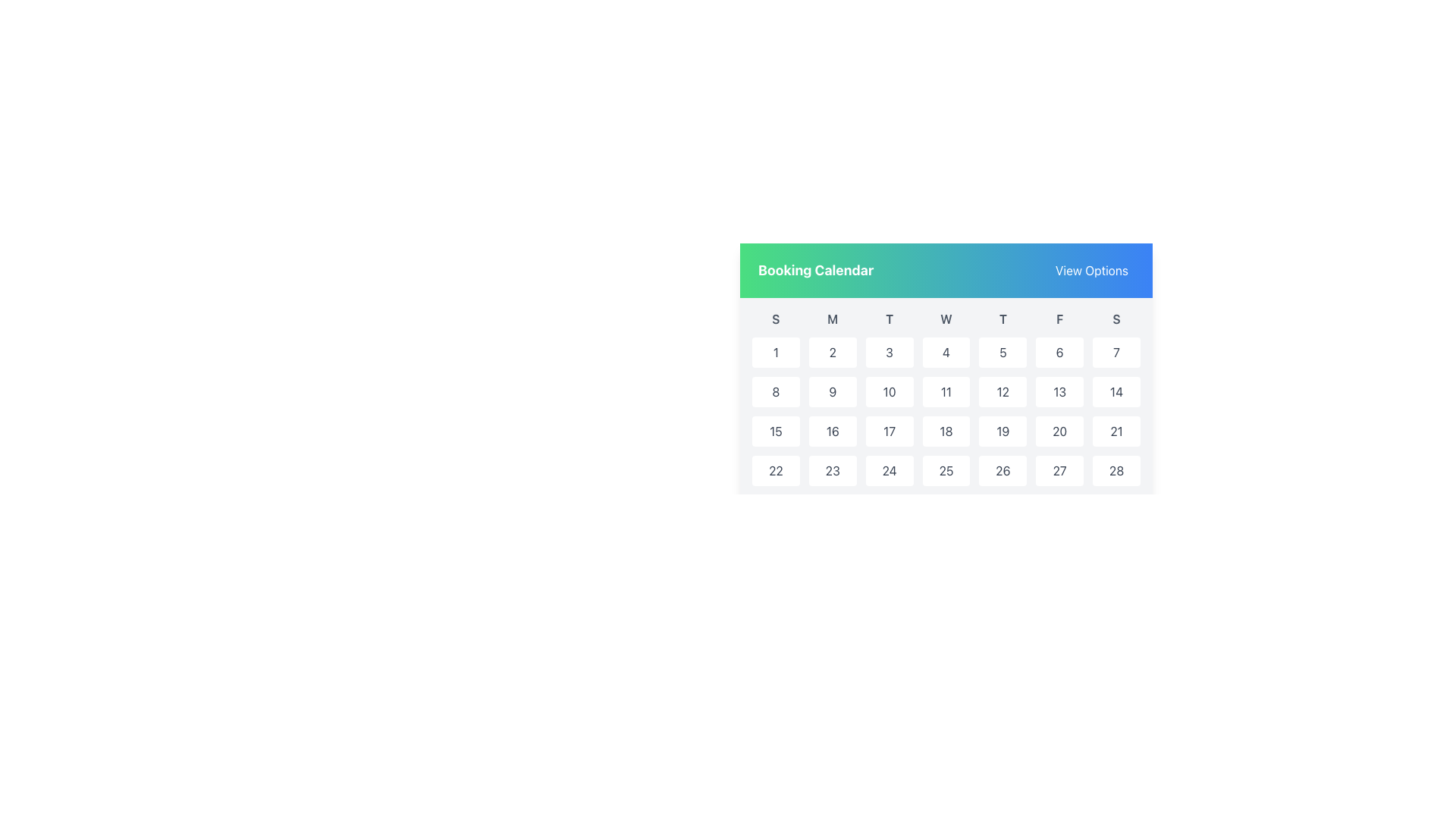 The width and height of the screenshot is (1456, 819). What do you see at coordinates (1116, 470) in the screenshot?
I see `the numeric text element displaying '28', which is the date indicator for the last day of the week in the calendar grid` at bounding box center [1116, 470].